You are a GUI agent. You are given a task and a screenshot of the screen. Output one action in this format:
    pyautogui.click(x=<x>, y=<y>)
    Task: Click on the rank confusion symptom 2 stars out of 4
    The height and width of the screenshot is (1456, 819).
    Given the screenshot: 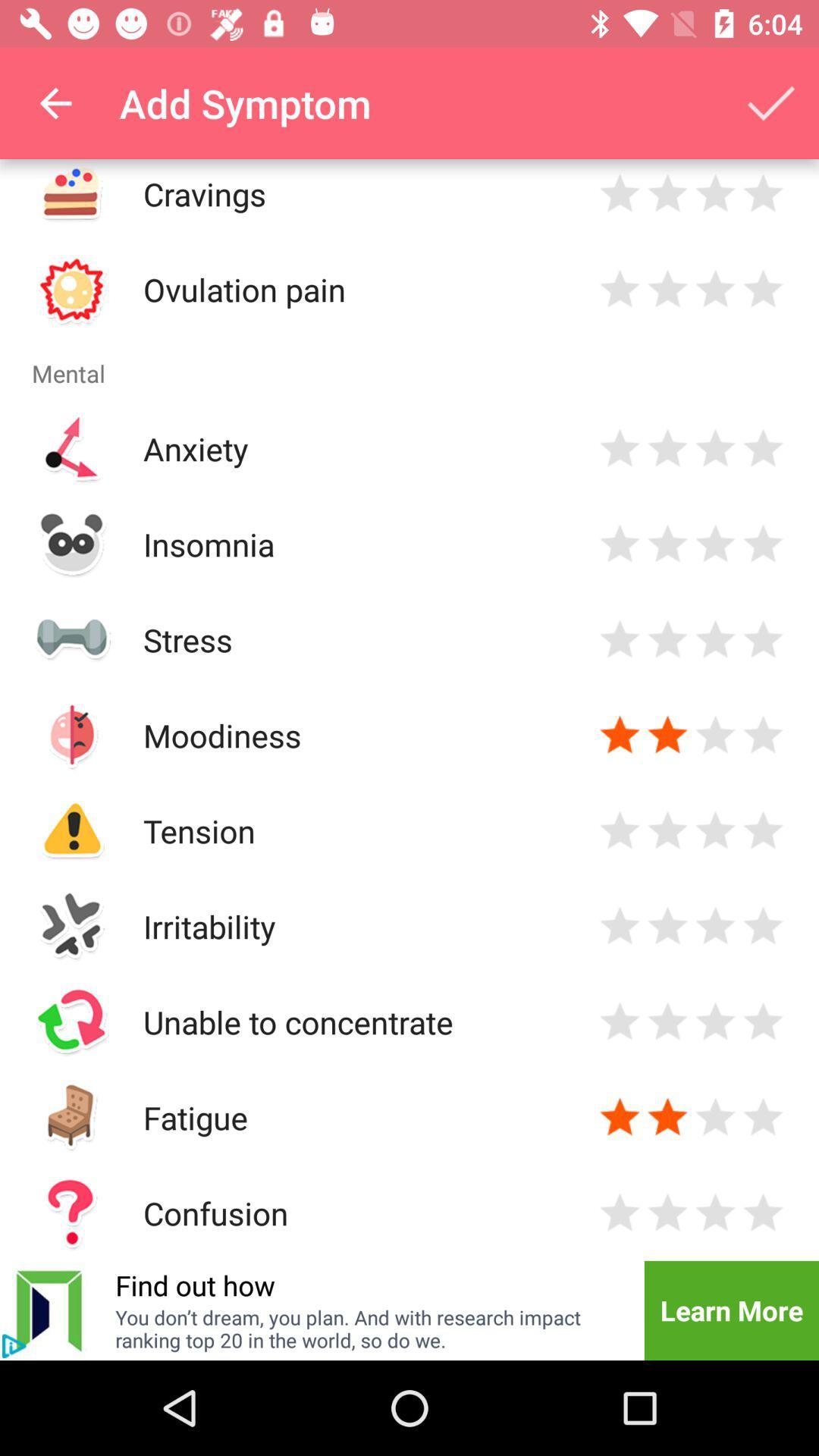 What is the action you would take?
    pyautogui.click(x=667, y=1212)
    